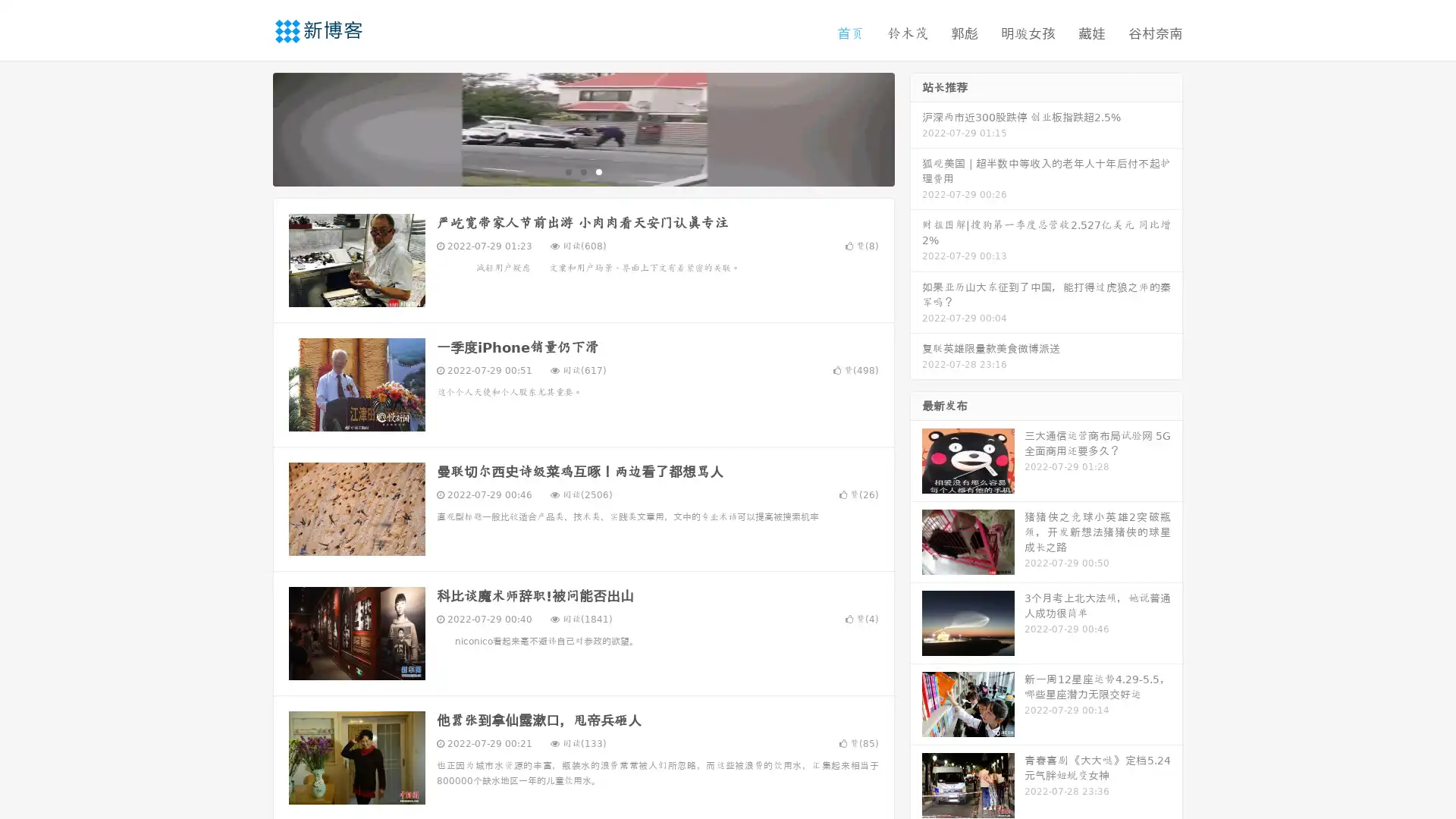 This screenshot has width=1456, height=819. Describe the element at coordinates (598, 171) in the screenshot. I see `Go to slide 3` at that location.